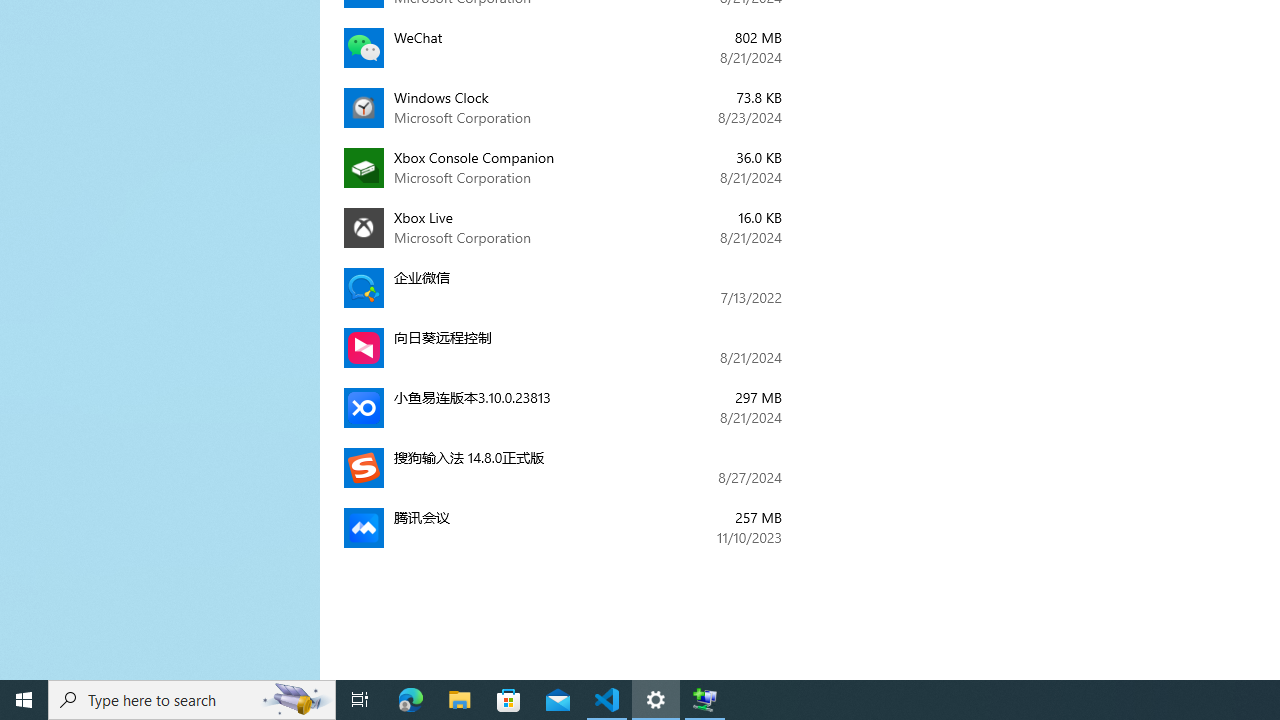 Image resolution: width=1280 pixels, height=720 pixels. What do you see at coordinates (705, 698) in the screenshot?
I see `'Extensible Wizards Host Process - 1 running window'` at bounding box center [705, 698].